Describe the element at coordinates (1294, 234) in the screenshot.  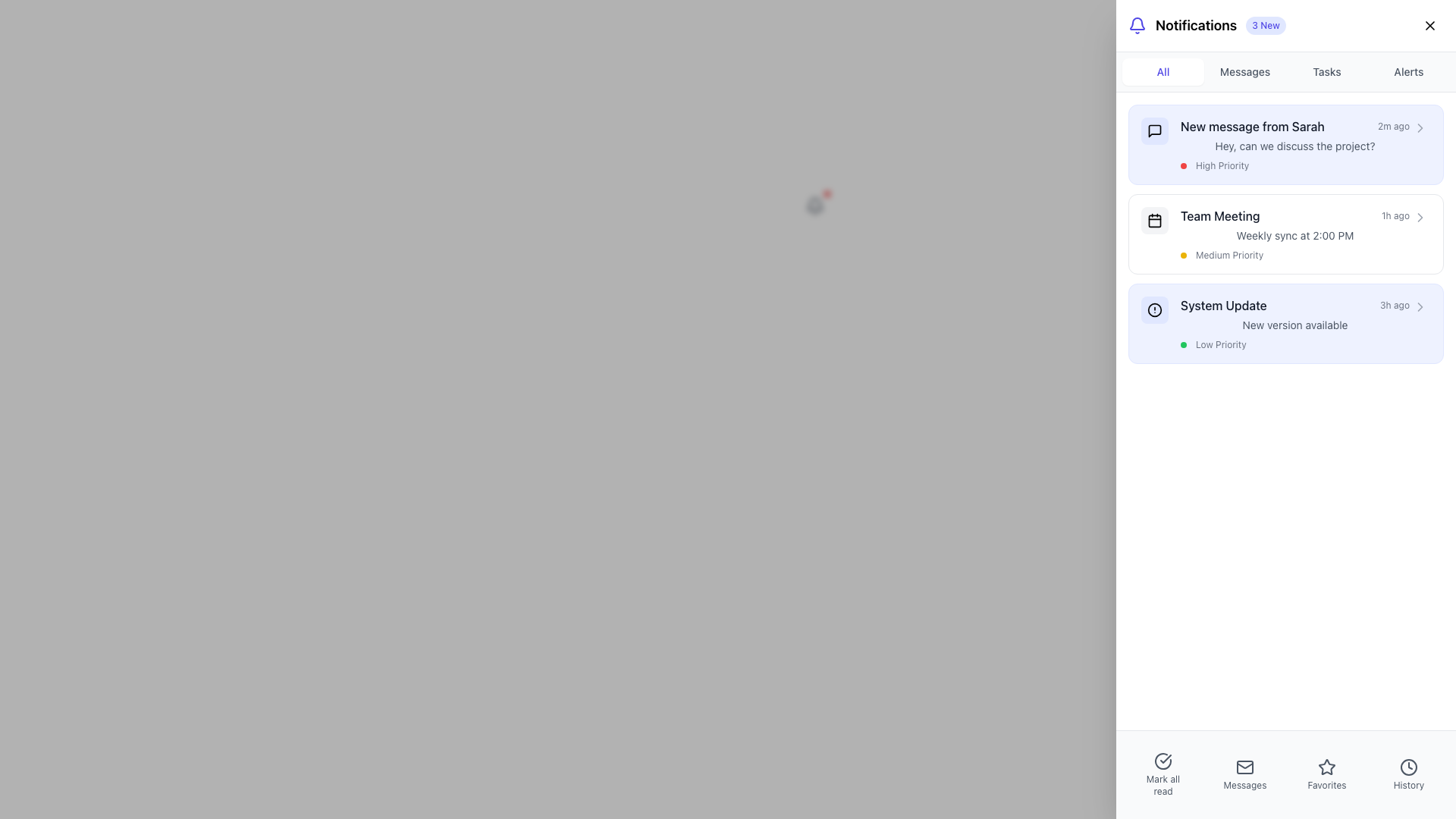
I see `the second notification item titled 'Team Meeting'` at that location.